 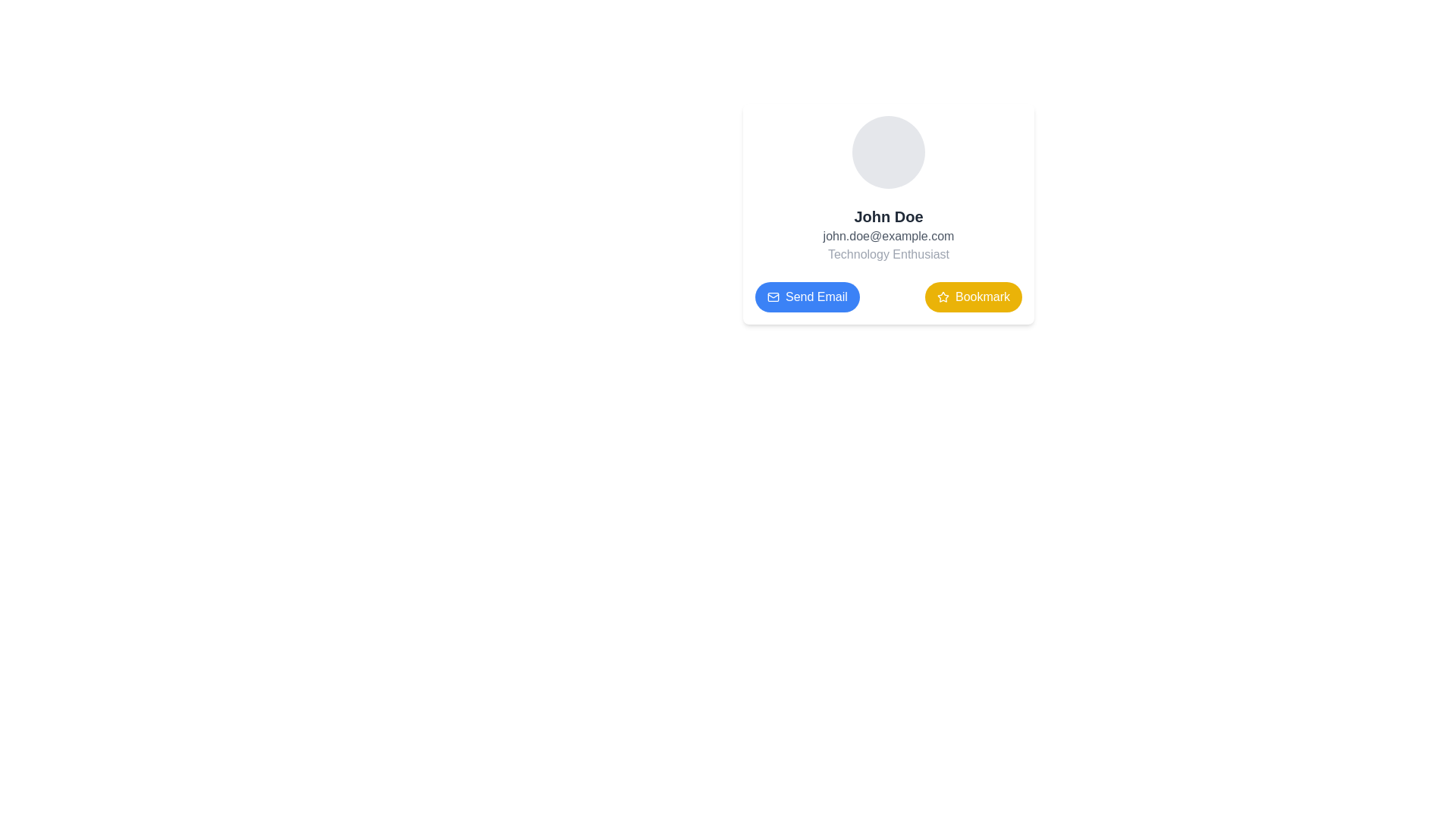 I want to click on the yellow star icon with rounded edges located to the left of the 'Bookmark' button, so click(x=942, y=297).